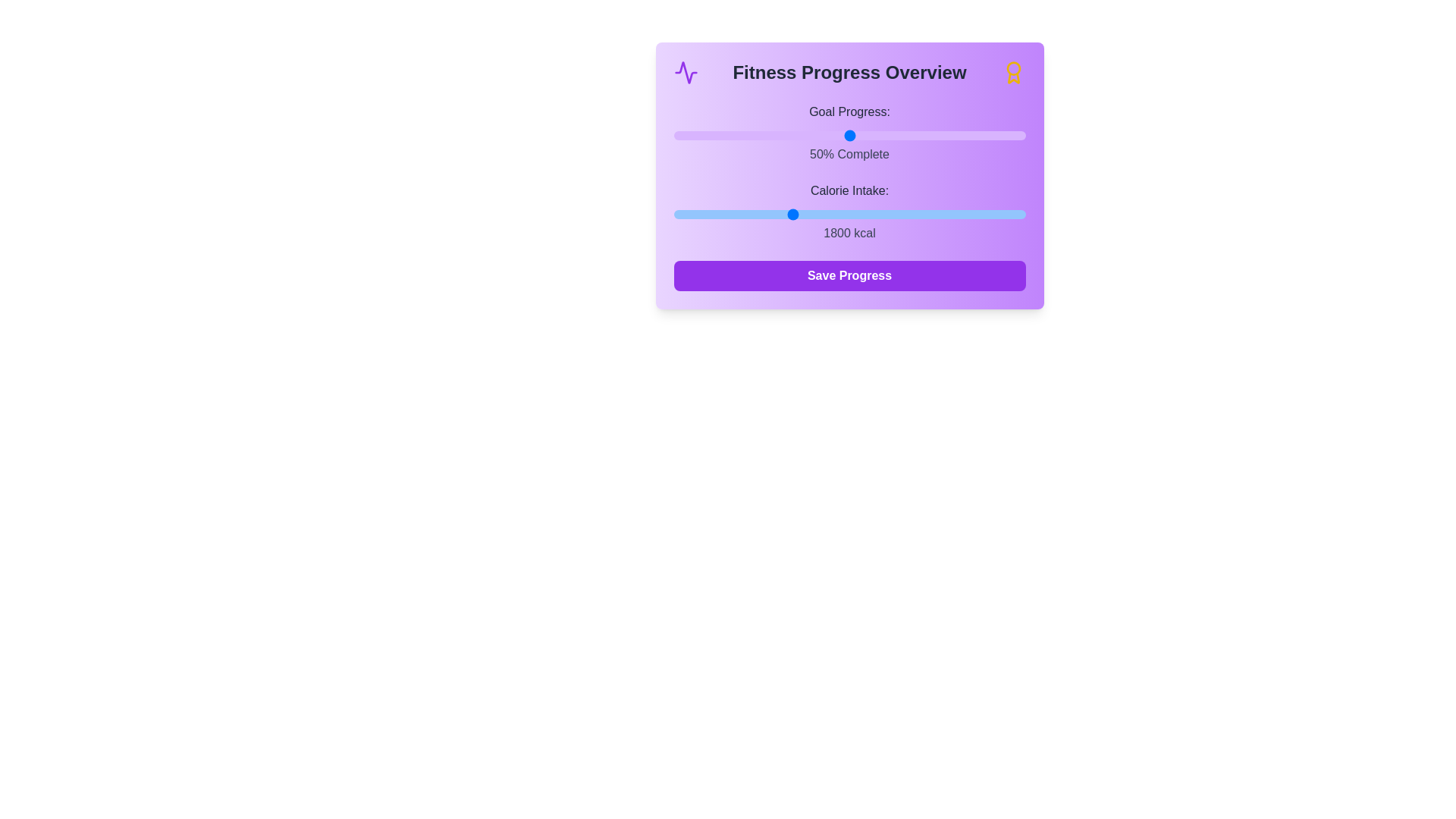 The width and height of the screenshot is (1456, 819). Describe the element at coordinates (849, 134) in the screenshot. I see `the range slider located underneath the text 'Goal Progress:' to set a value, currently at 50% progress` at that location.